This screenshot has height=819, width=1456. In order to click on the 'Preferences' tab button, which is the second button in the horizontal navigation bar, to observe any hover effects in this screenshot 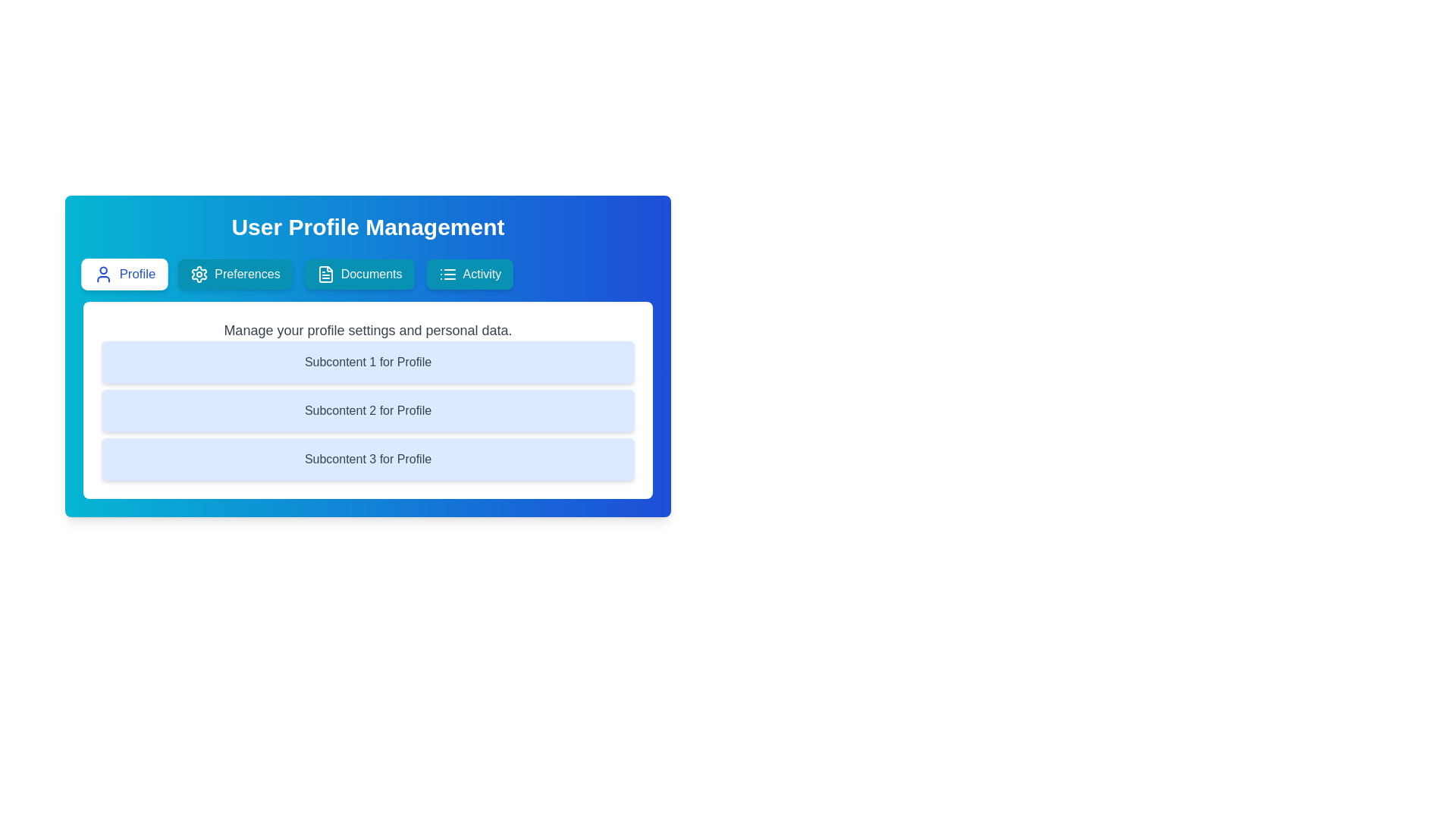, I will do `click(234, 275)`.